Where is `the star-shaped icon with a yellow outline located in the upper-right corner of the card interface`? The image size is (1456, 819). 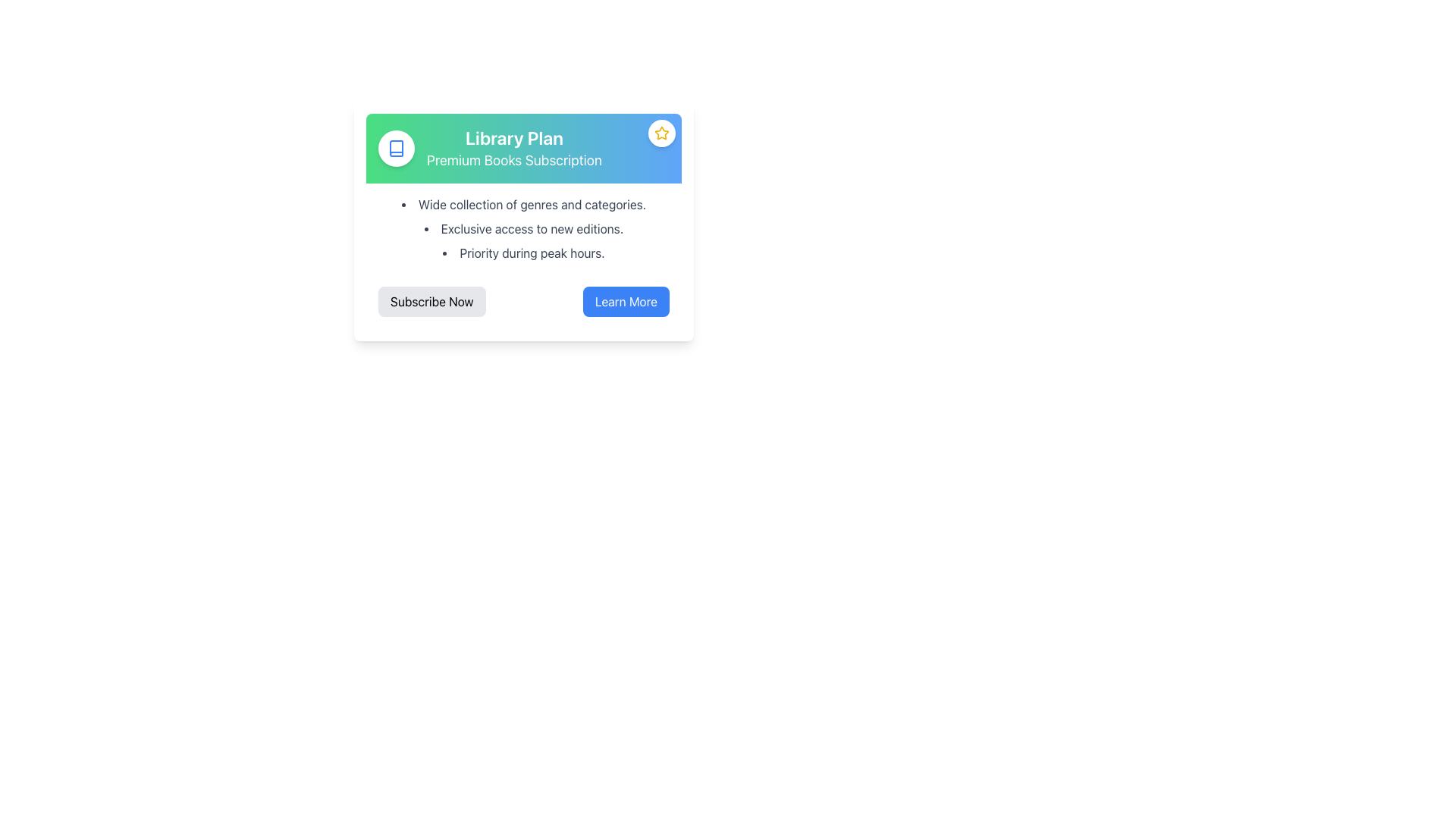
the star-shaped icon with a yellow outline located in the upper-right corner of the card interface is located at coordinates (662, 132).